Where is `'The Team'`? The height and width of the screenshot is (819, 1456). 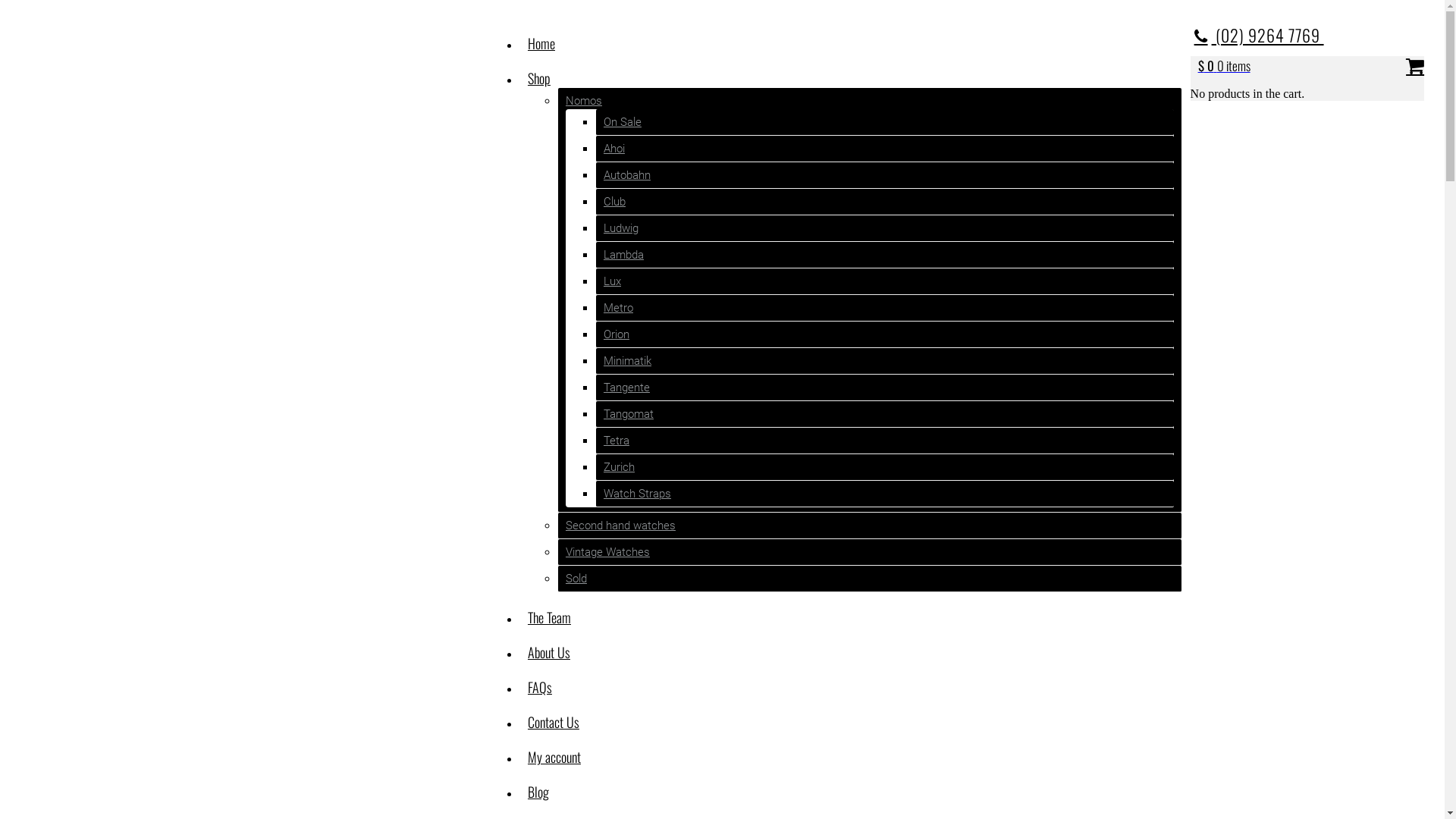
'The Team' is located at coordinates (548, 617).